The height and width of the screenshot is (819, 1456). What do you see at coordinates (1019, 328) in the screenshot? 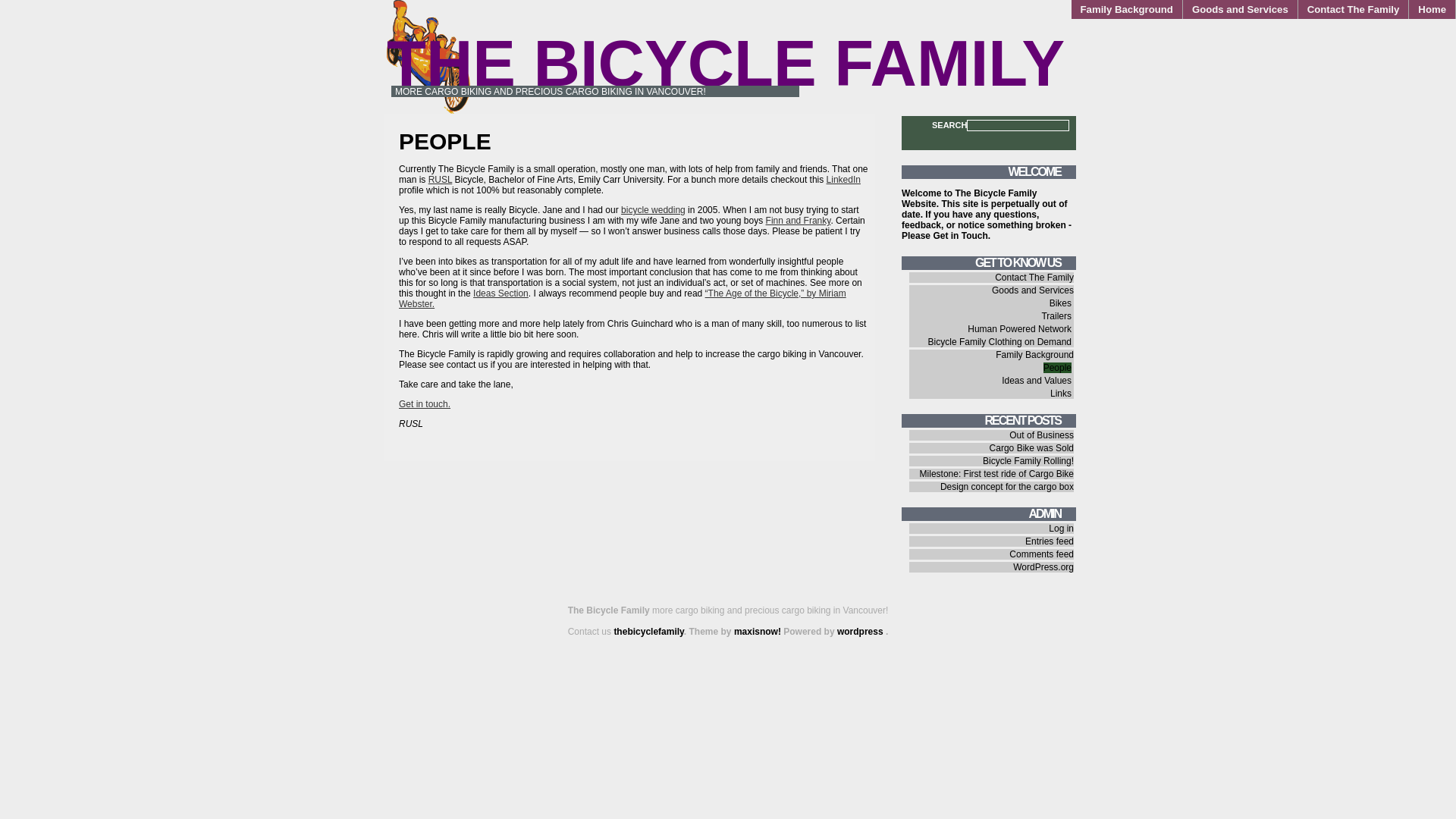
I see `'Human Powered Network'` at bounding box center [1019, 328].